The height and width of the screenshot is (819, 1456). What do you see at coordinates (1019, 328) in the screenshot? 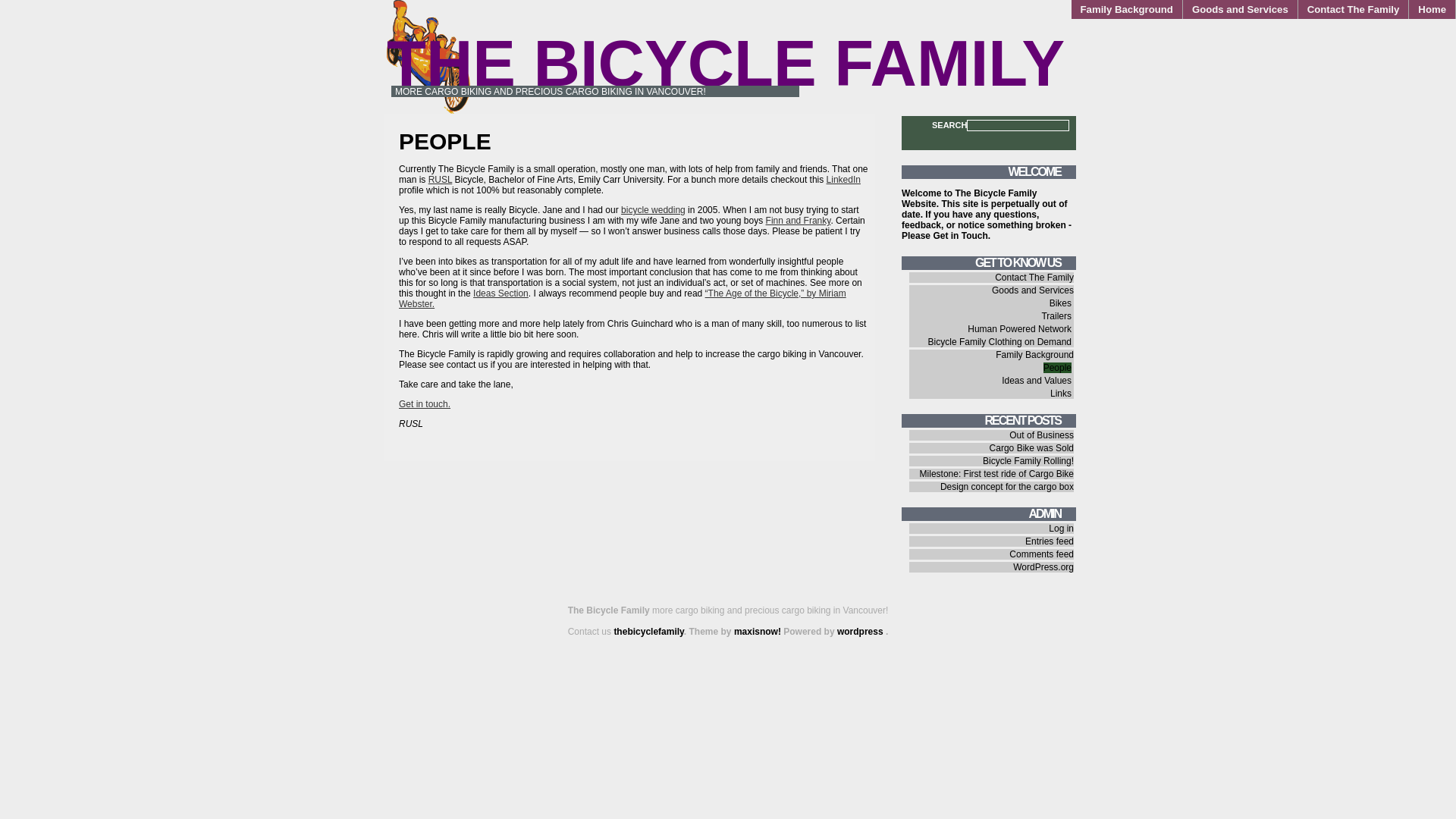
I see `'Human Powered Network'` at bounding box center [1019, 328].